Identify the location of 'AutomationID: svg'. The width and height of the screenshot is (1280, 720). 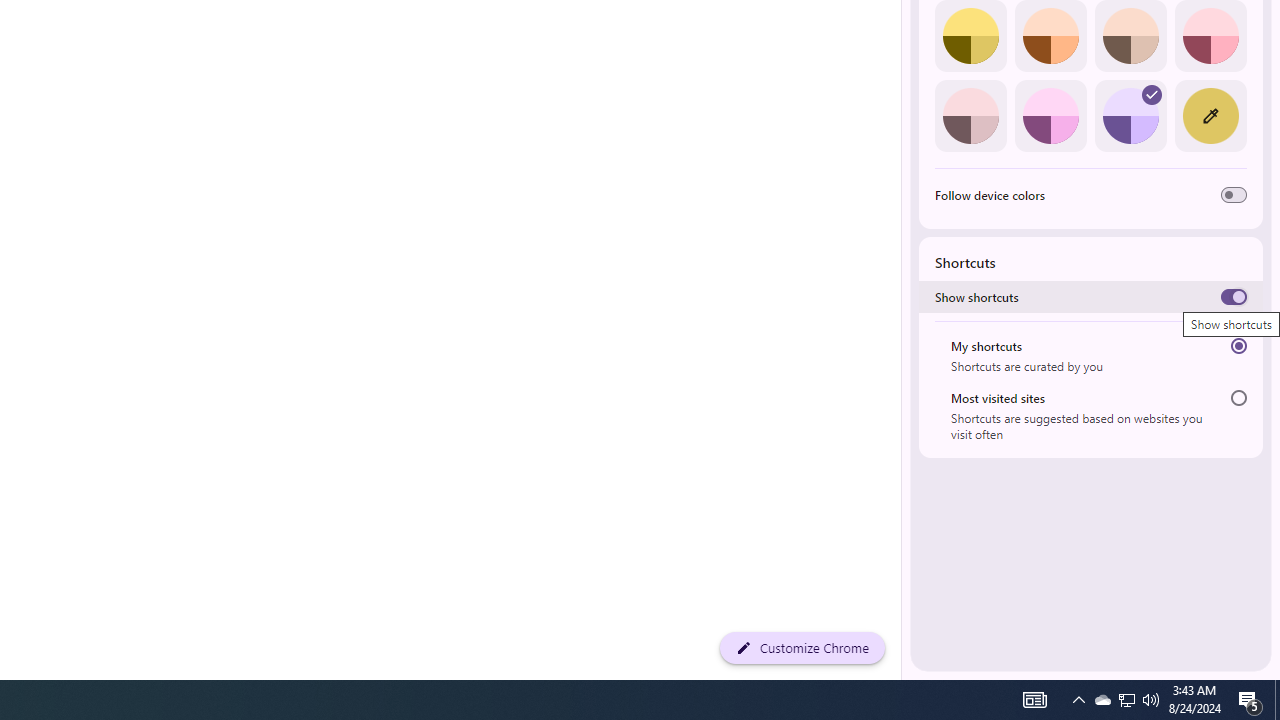
(1152, 95).